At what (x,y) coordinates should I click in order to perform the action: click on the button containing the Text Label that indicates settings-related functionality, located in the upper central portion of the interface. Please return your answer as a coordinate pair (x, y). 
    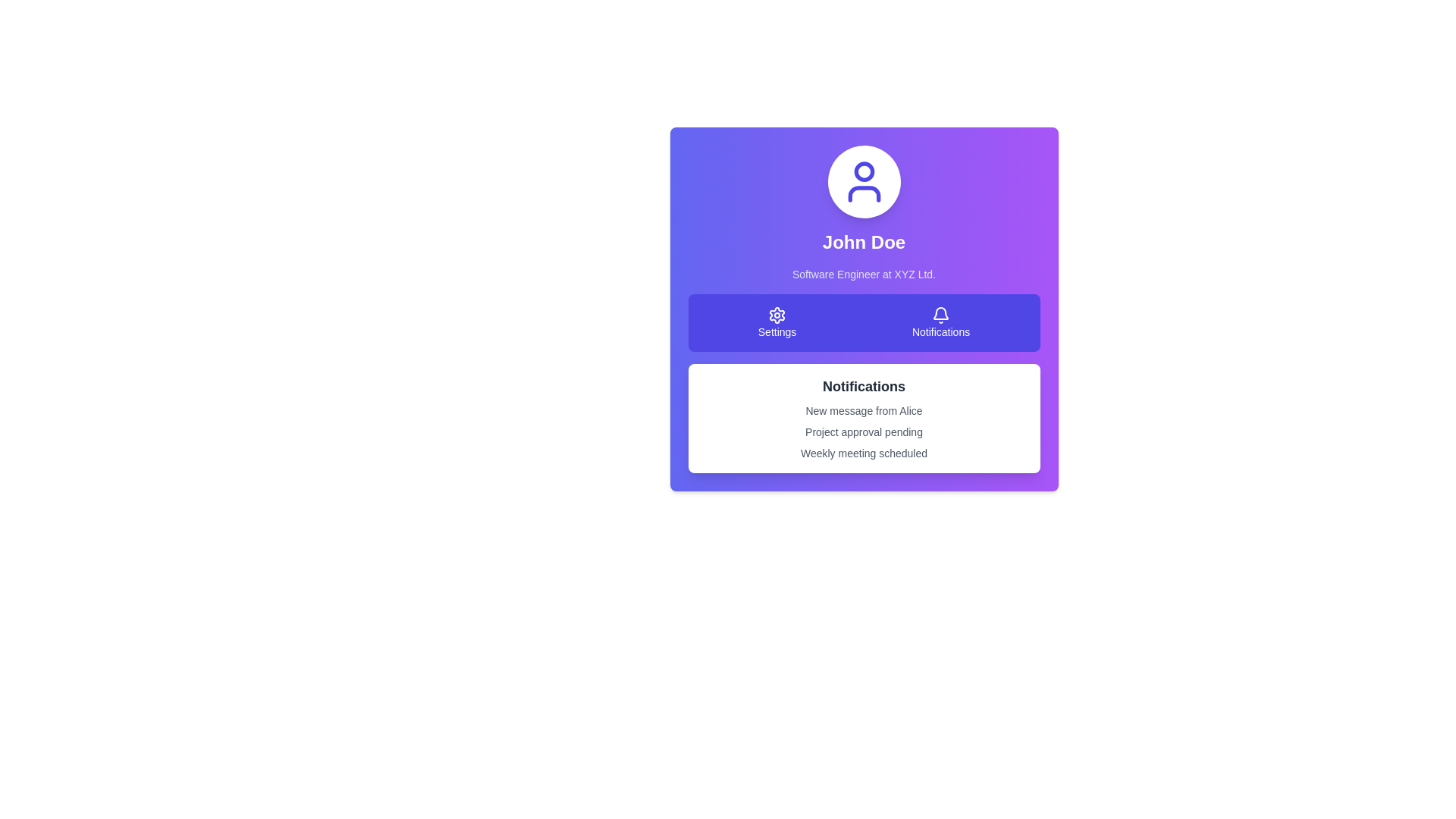
    Looking at the image, I should click on (777, 331).